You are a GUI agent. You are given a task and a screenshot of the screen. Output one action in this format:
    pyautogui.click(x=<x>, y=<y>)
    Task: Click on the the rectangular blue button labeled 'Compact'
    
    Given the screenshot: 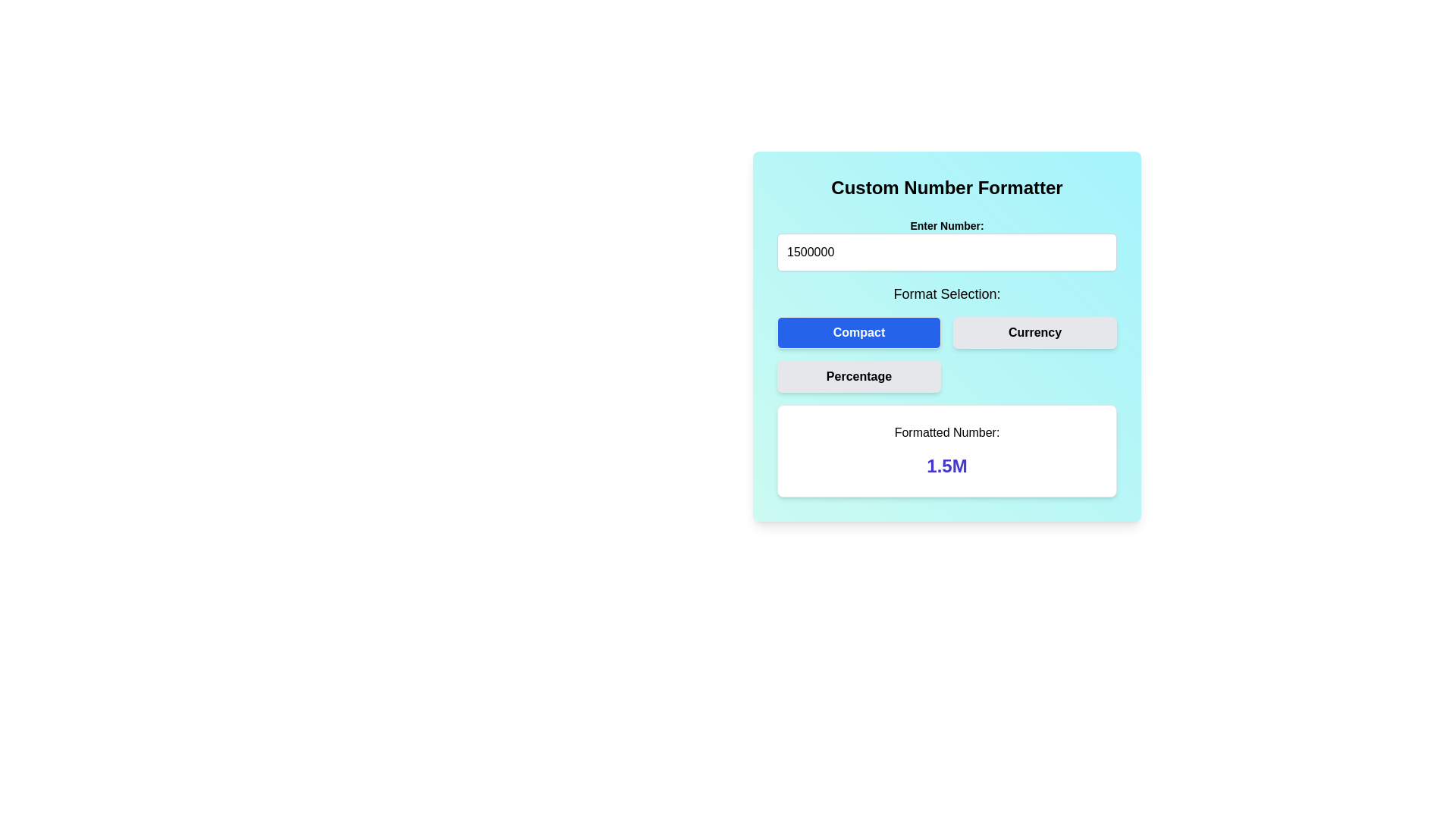 What is the action you would take?
    pyautogui.click(x=858, y=332)
    